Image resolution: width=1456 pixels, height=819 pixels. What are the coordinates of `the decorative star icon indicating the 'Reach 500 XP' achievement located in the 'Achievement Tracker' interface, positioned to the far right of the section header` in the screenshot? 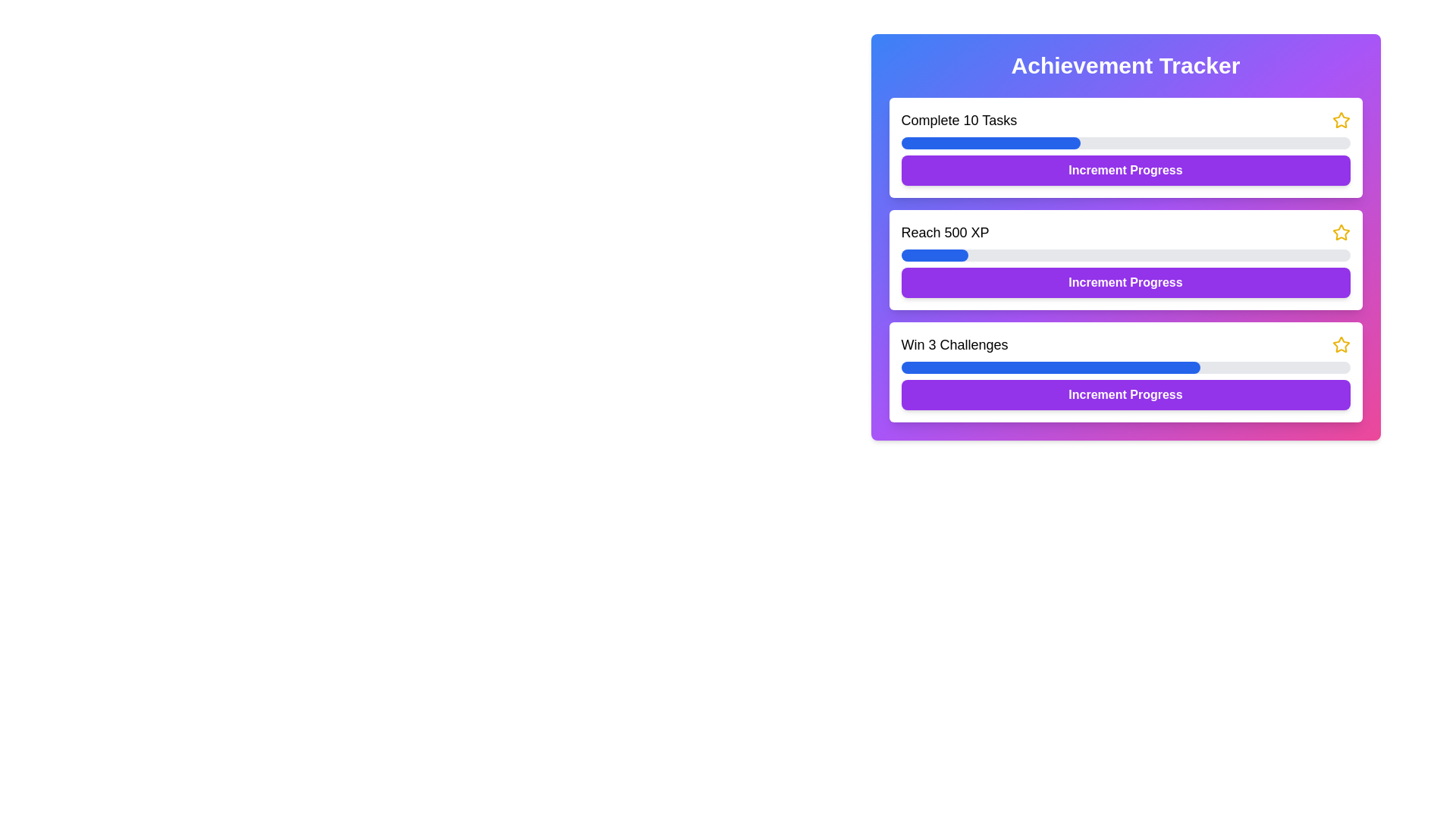 It's located at (1341, 233).